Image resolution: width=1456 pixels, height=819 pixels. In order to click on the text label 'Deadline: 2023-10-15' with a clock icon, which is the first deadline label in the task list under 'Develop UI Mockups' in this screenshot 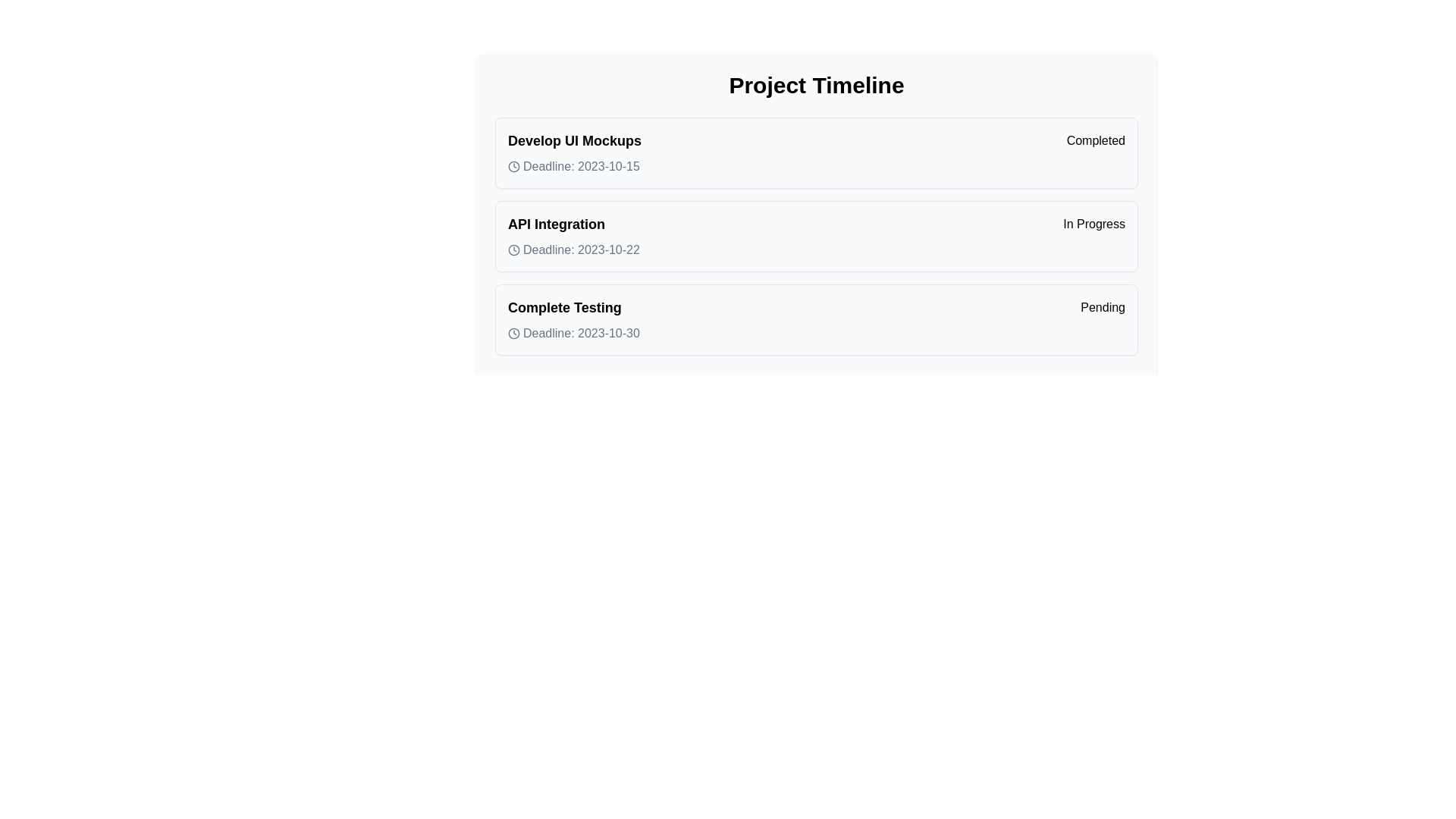, I will do `click(573, 166)`.